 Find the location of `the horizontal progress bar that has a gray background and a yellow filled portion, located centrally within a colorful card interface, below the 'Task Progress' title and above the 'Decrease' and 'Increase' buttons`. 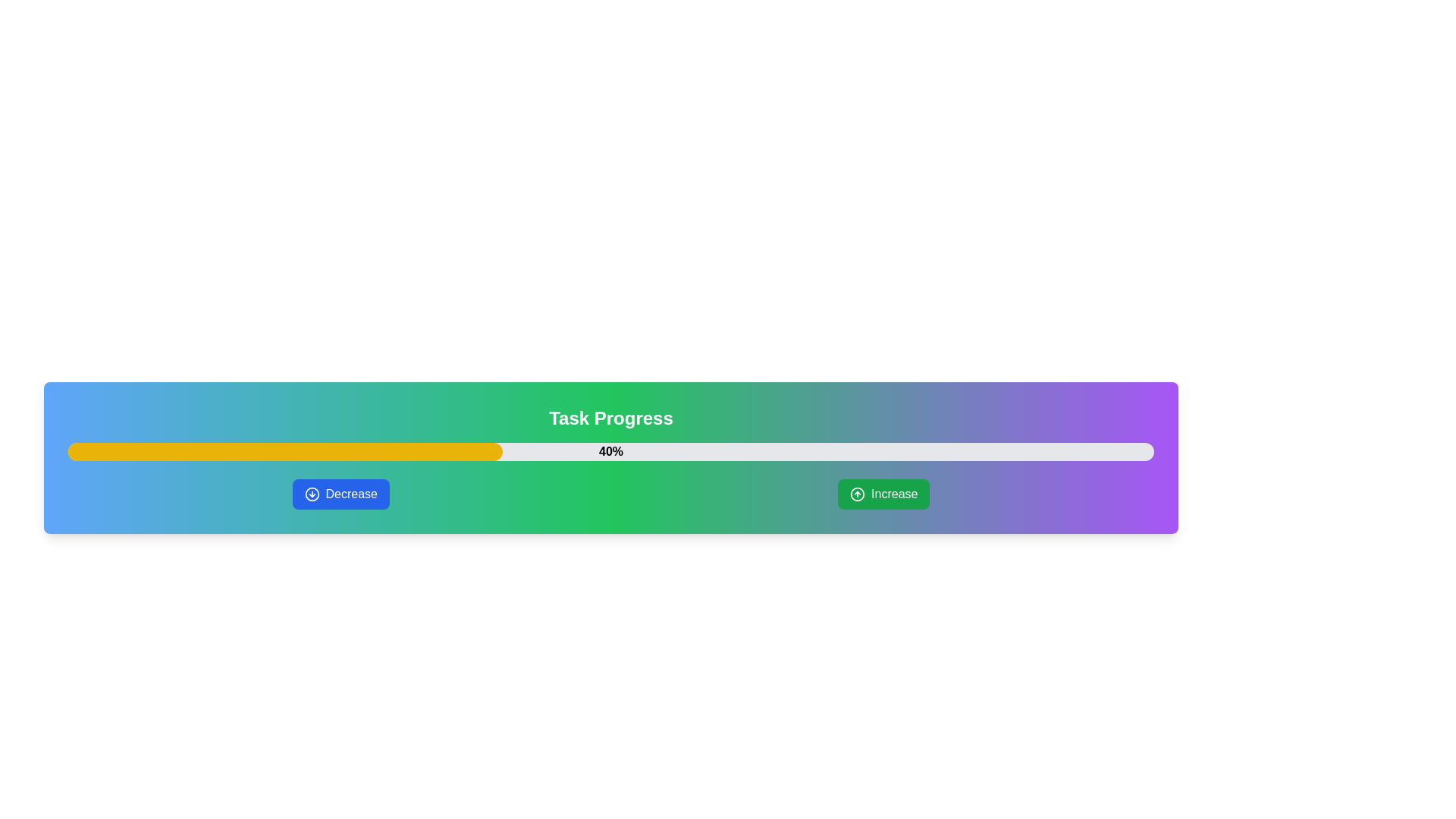

the horizontal progress bar that has a gray background and a yellow filled portion, located centrally within a colorful card interface, below the 'Task Progress' title and above the 'Decrease' and 'Increase' buttons is located at coordinates (611, 451).